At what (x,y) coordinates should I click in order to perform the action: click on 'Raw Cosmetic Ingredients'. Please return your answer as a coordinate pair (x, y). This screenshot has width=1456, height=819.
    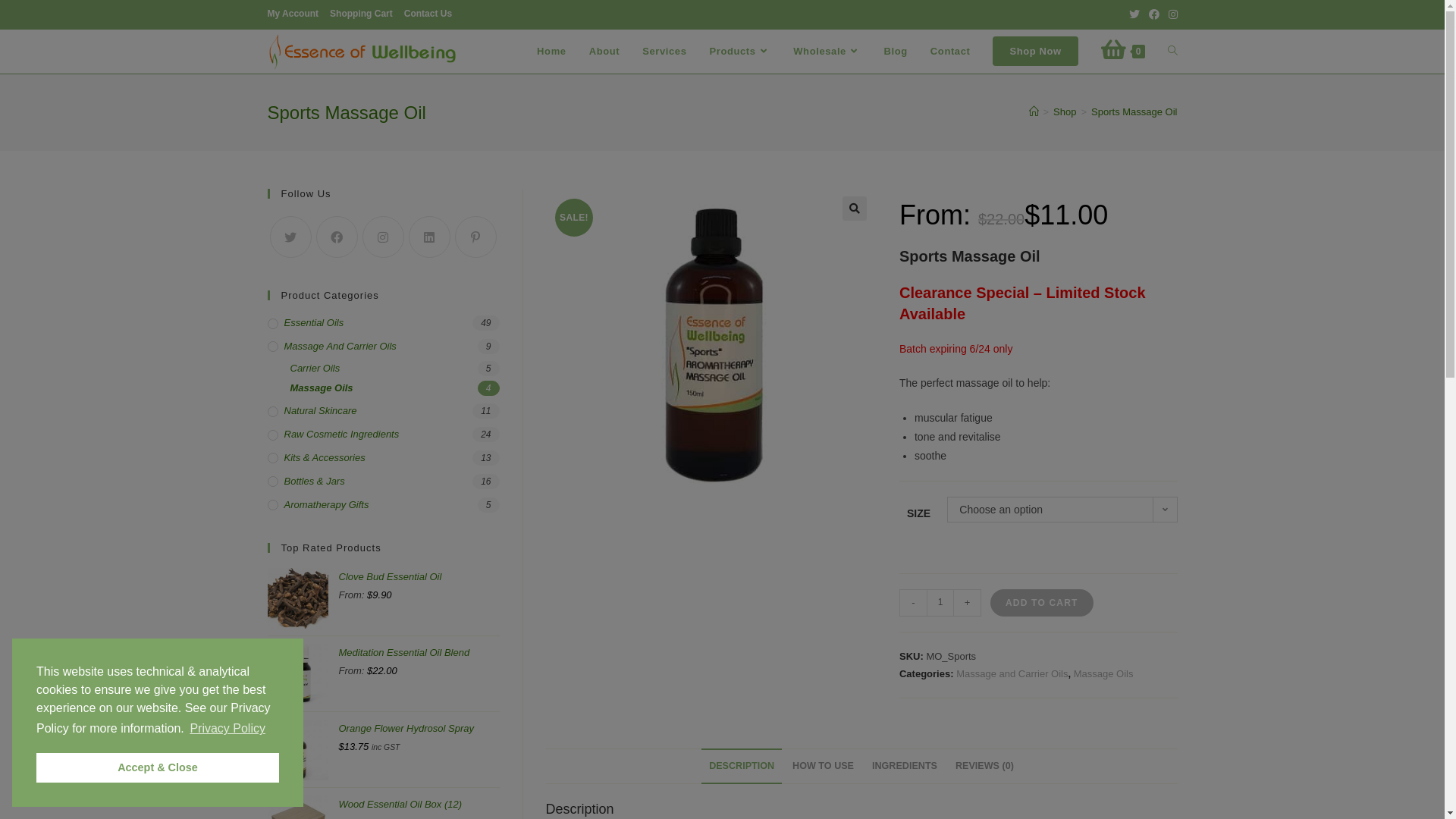
    Looking at the image, I should click on (382, 435).